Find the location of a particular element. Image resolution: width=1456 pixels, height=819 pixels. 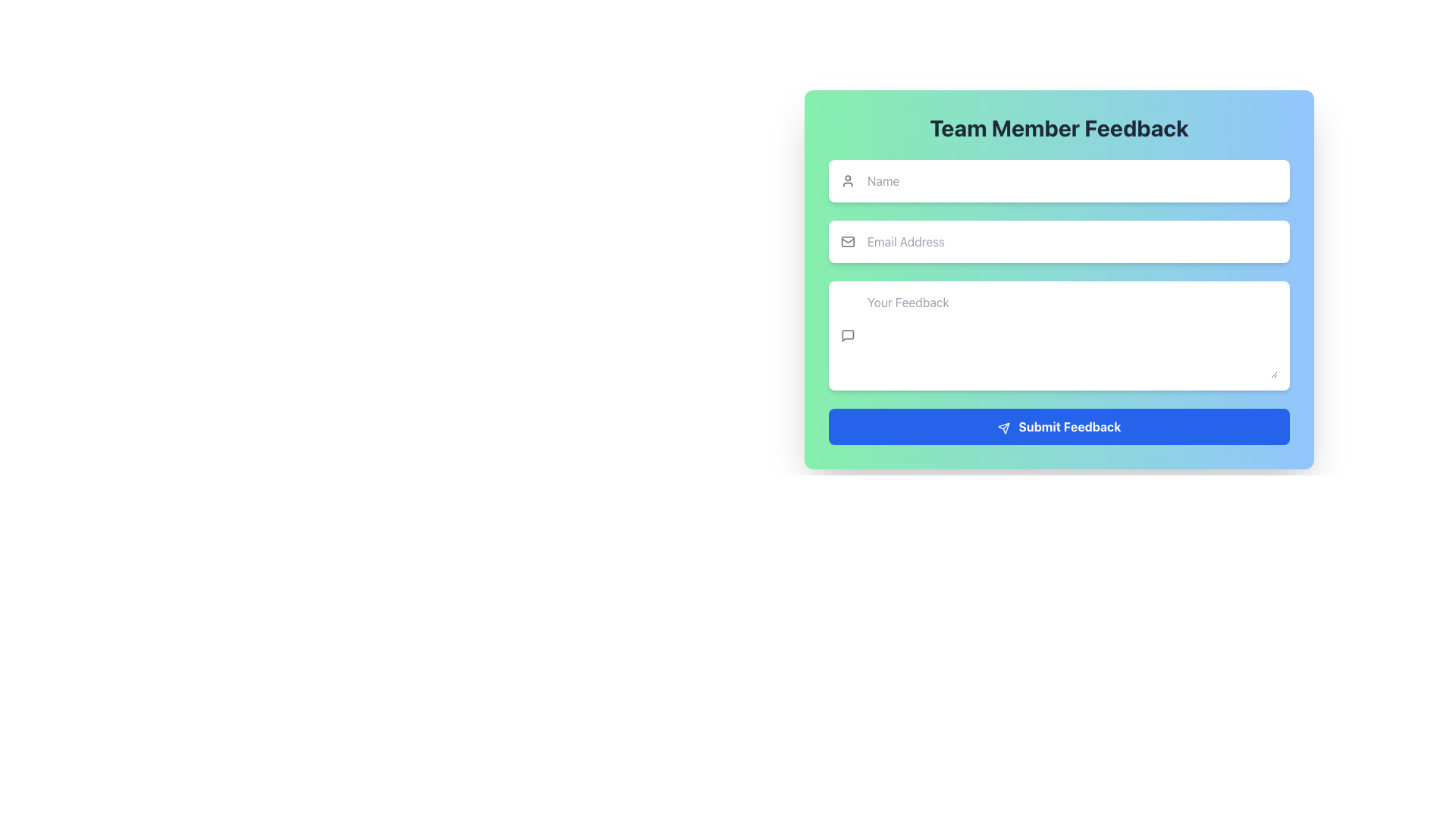

the icon that indicates the purpose of the adjacent text input field for entering a user's name, which is positioned to the left of the 'Name' field in the 'Team Member Feedback' form is located at coordinates (847, 180).